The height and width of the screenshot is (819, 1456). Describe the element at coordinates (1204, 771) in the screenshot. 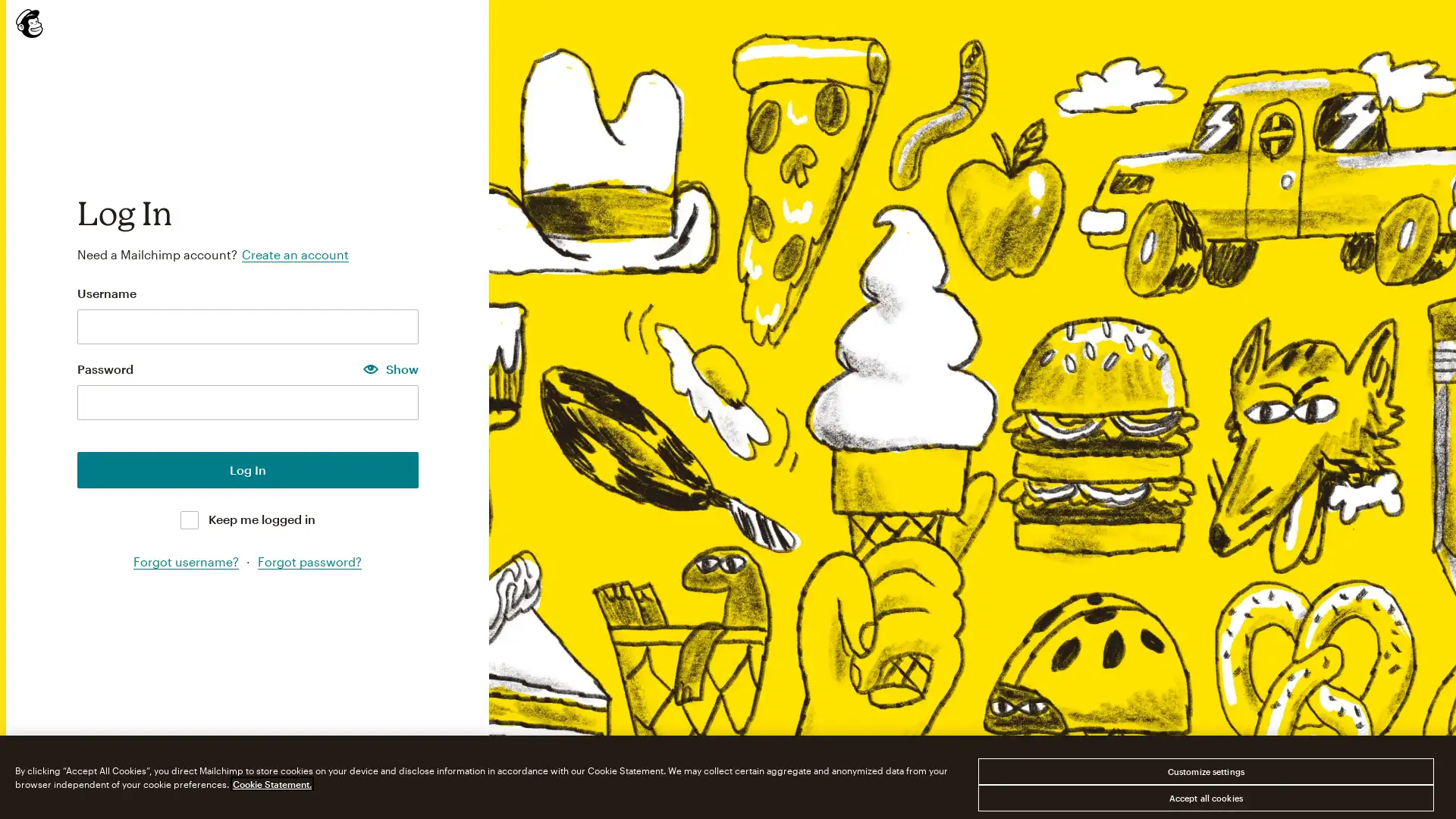

I see `Customize settings` at that location.